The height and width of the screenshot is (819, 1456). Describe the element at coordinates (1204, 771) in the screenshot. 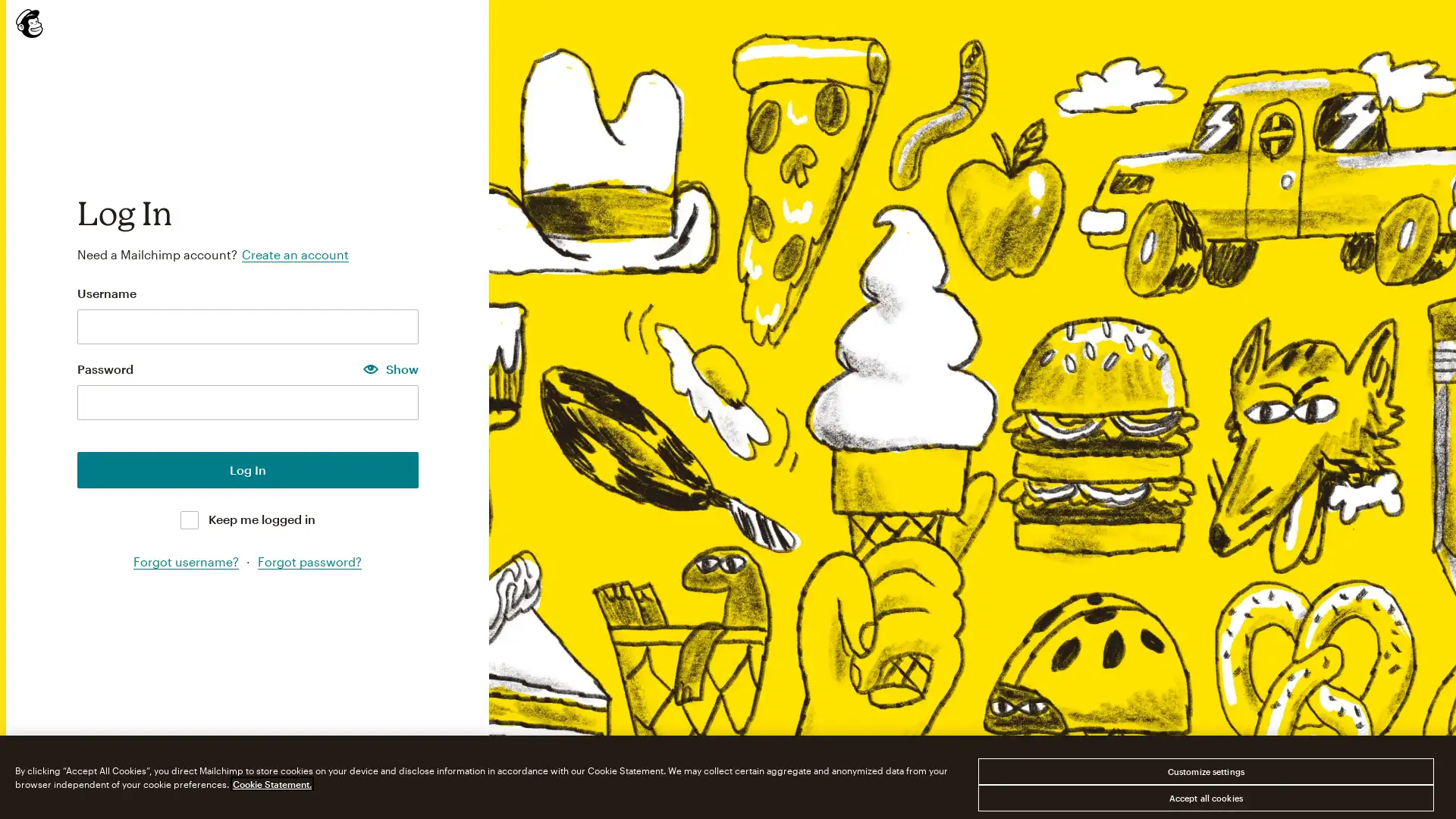

I see `Customize settings` at that location.